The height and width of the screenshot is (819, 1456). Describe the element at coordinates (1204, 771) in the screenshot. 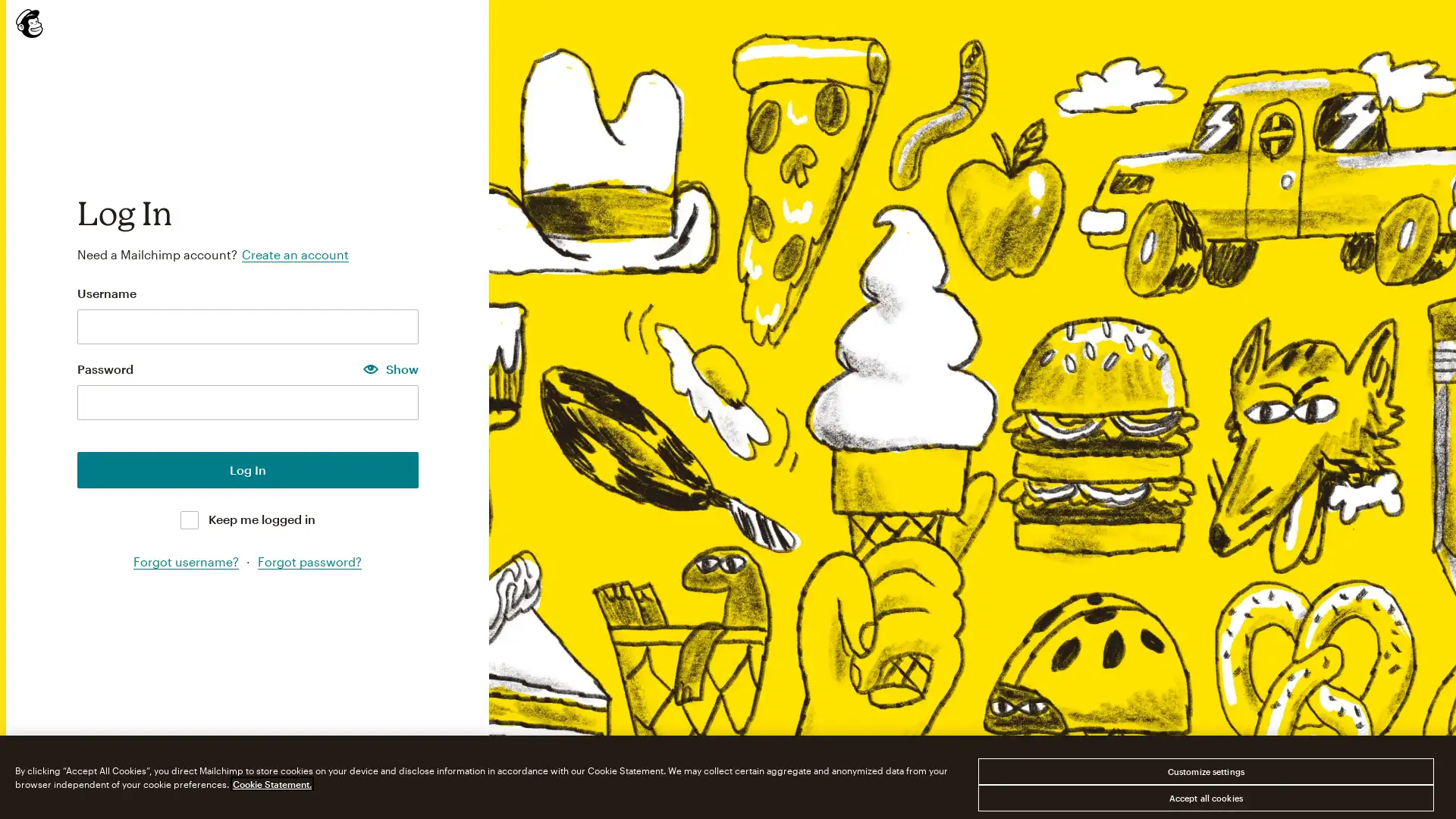

I see `Customize settings` at that location.